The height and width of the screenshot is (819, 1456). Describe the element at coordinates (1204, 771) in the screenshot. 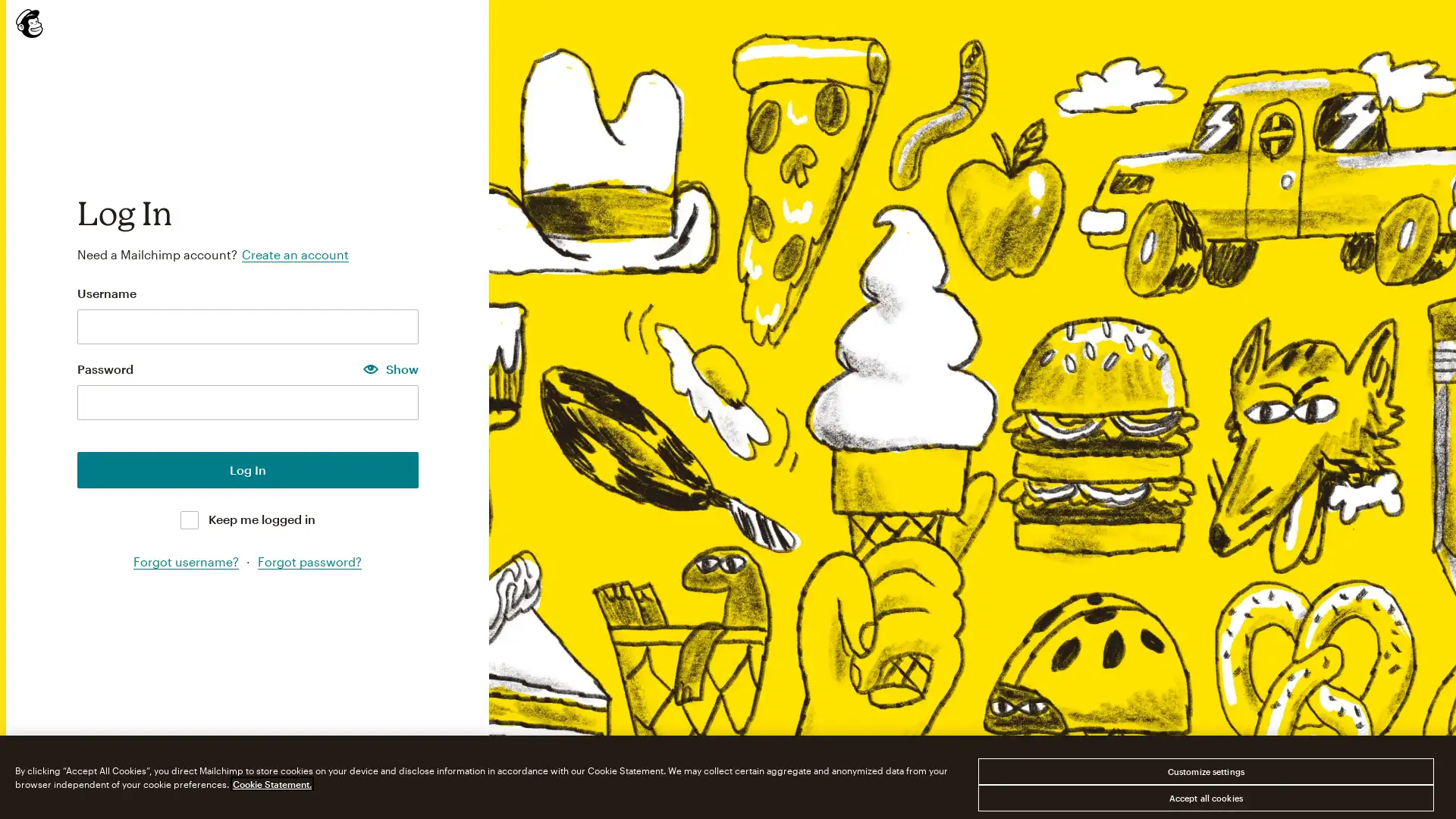

I see `Customize settings` at that location.